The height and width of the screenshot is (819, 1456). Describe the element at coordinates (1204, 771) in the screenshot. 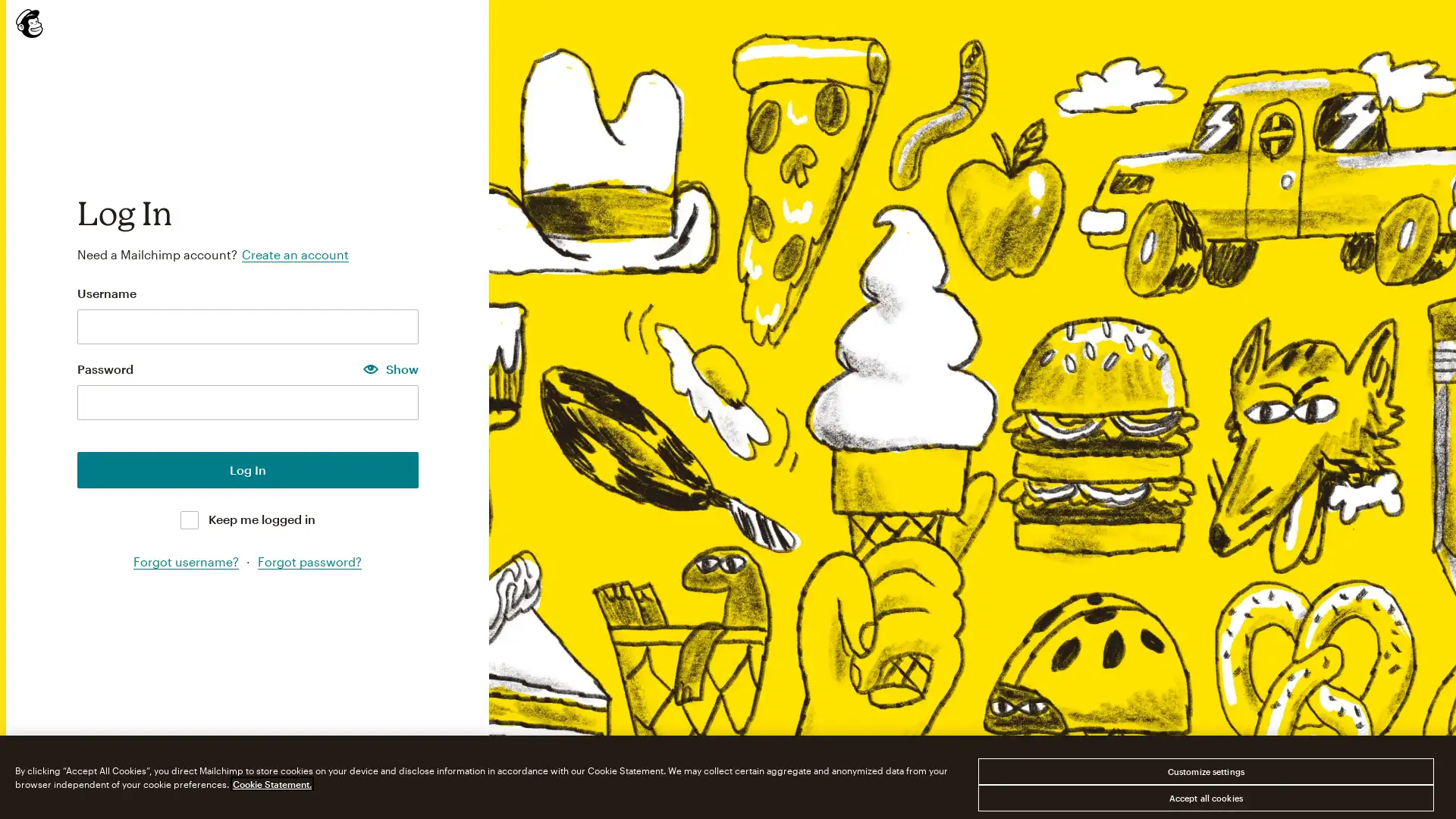

I see `Customize settings` at that location.